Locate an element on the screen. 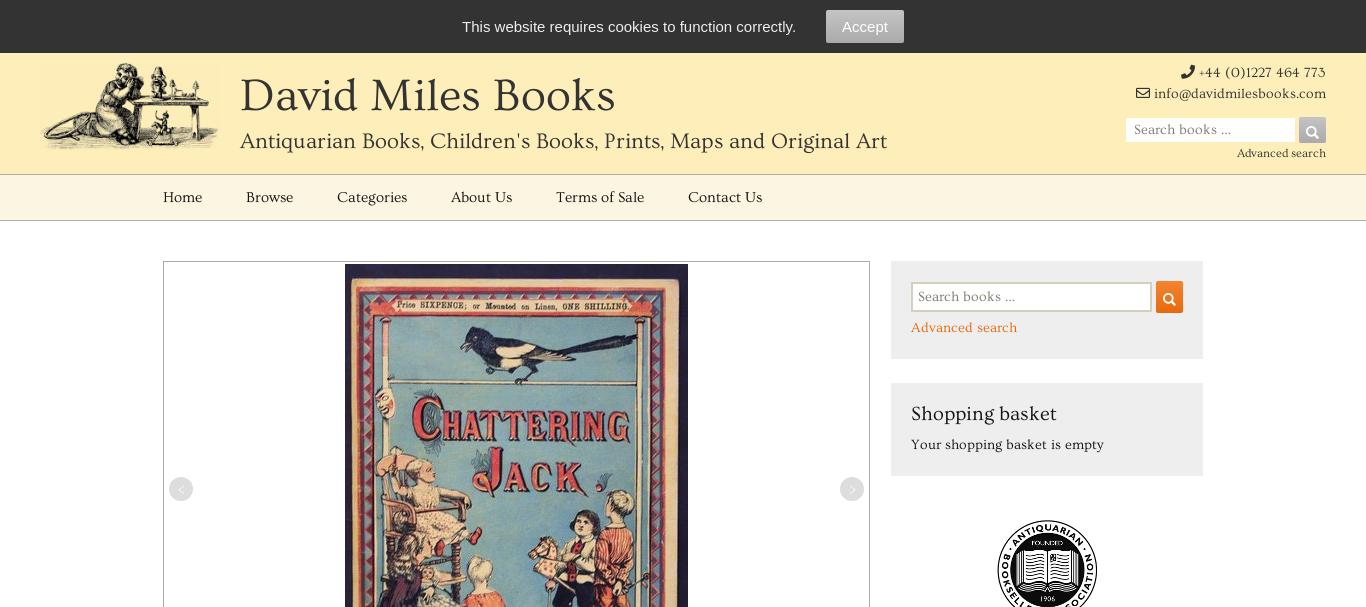 Image resolution: width=1366 pixels, height=607 pixels. '<' is located at coordinates (179, 488).